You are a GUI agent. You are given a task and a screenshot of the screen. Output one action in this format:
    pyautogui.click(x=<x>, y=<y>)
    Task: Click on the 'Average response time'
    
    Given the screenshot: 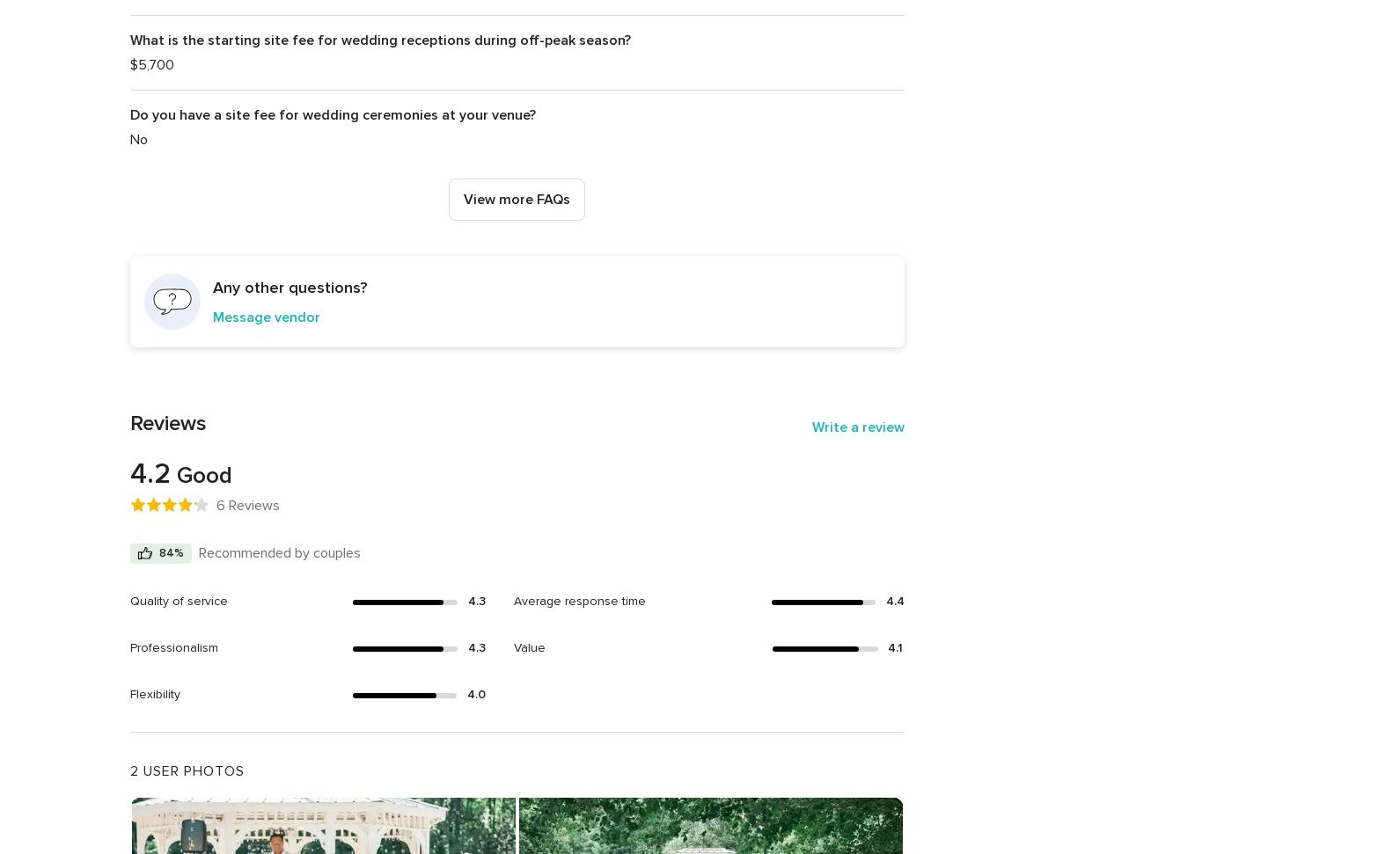 What is the action you would take?
    pyautogui.click(x=579, y=601)
    